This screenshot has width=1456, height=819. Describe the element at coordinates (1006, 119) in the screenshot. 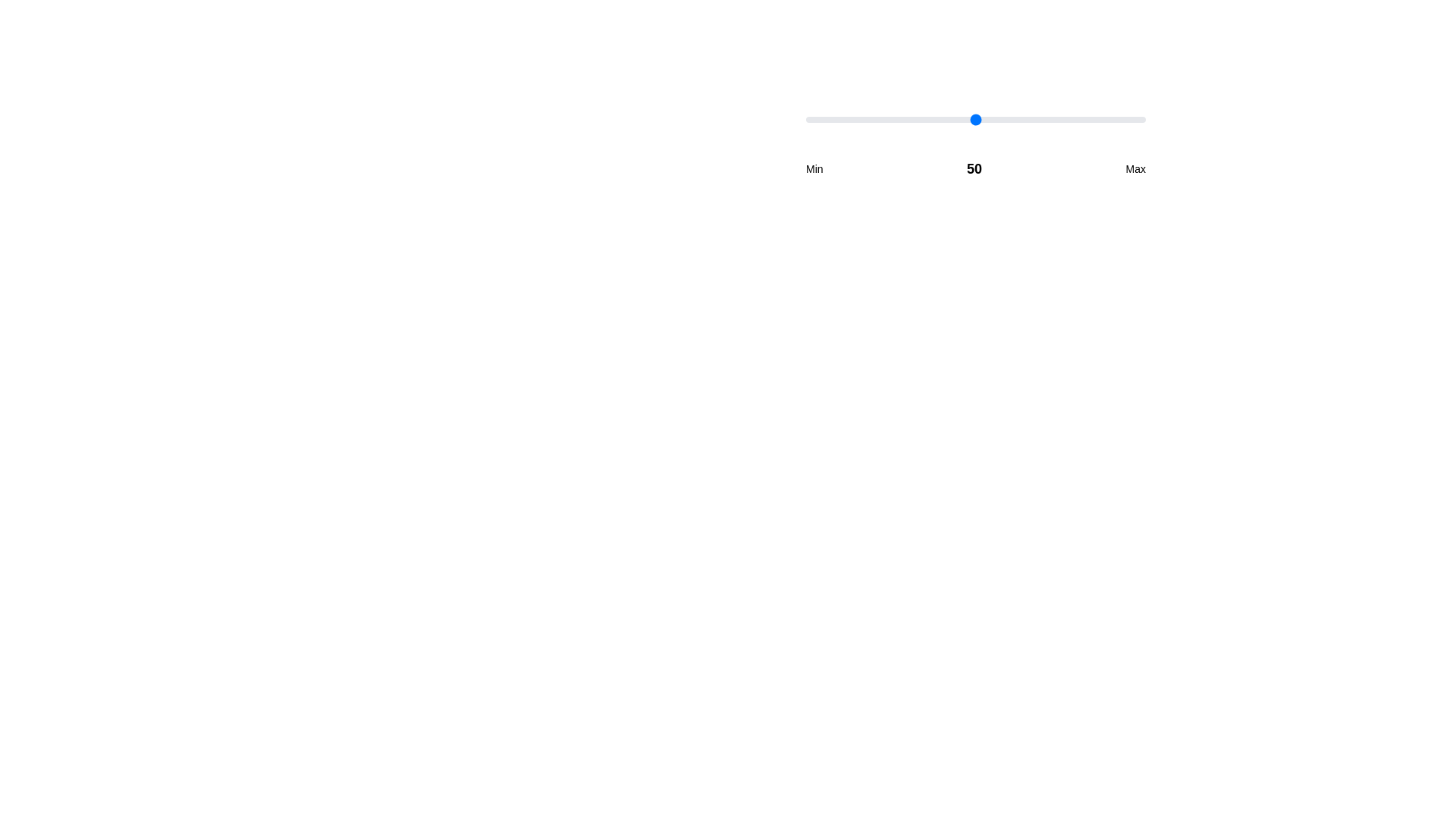

I see `the slider` at that location.